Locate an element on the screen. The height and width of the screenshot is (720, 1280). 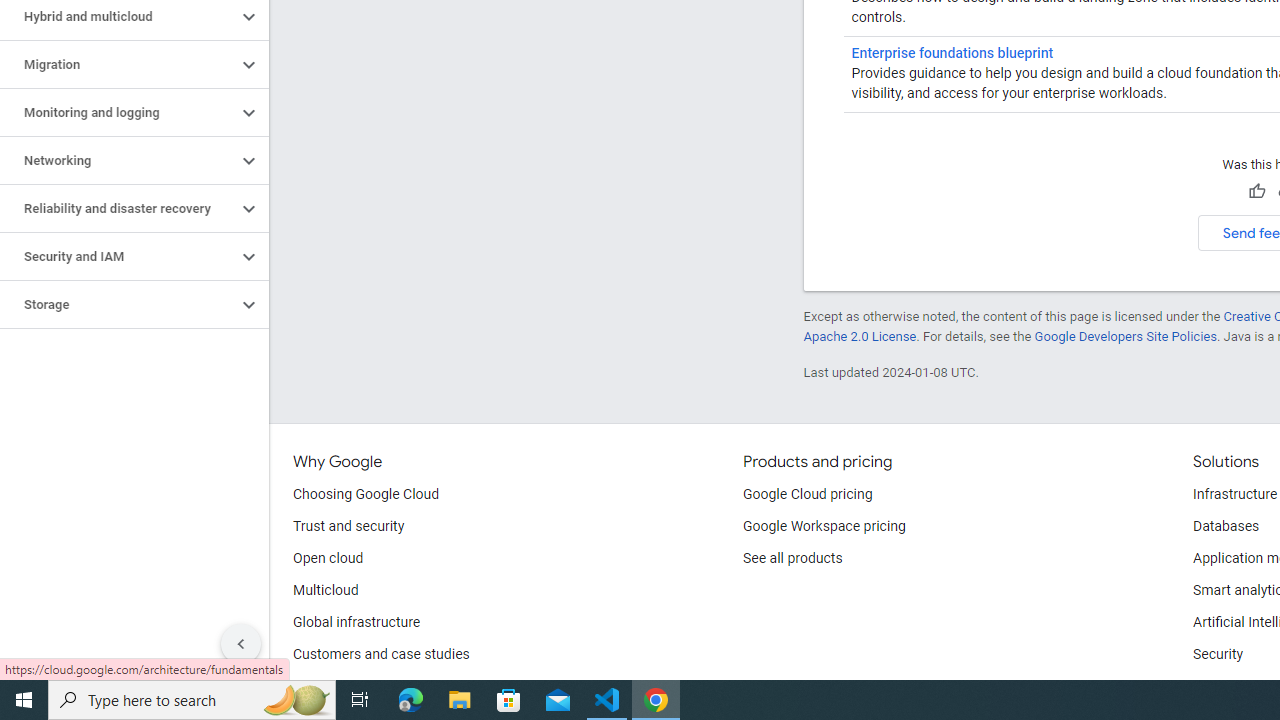
'Security' is located at coordinates (1217, 655).